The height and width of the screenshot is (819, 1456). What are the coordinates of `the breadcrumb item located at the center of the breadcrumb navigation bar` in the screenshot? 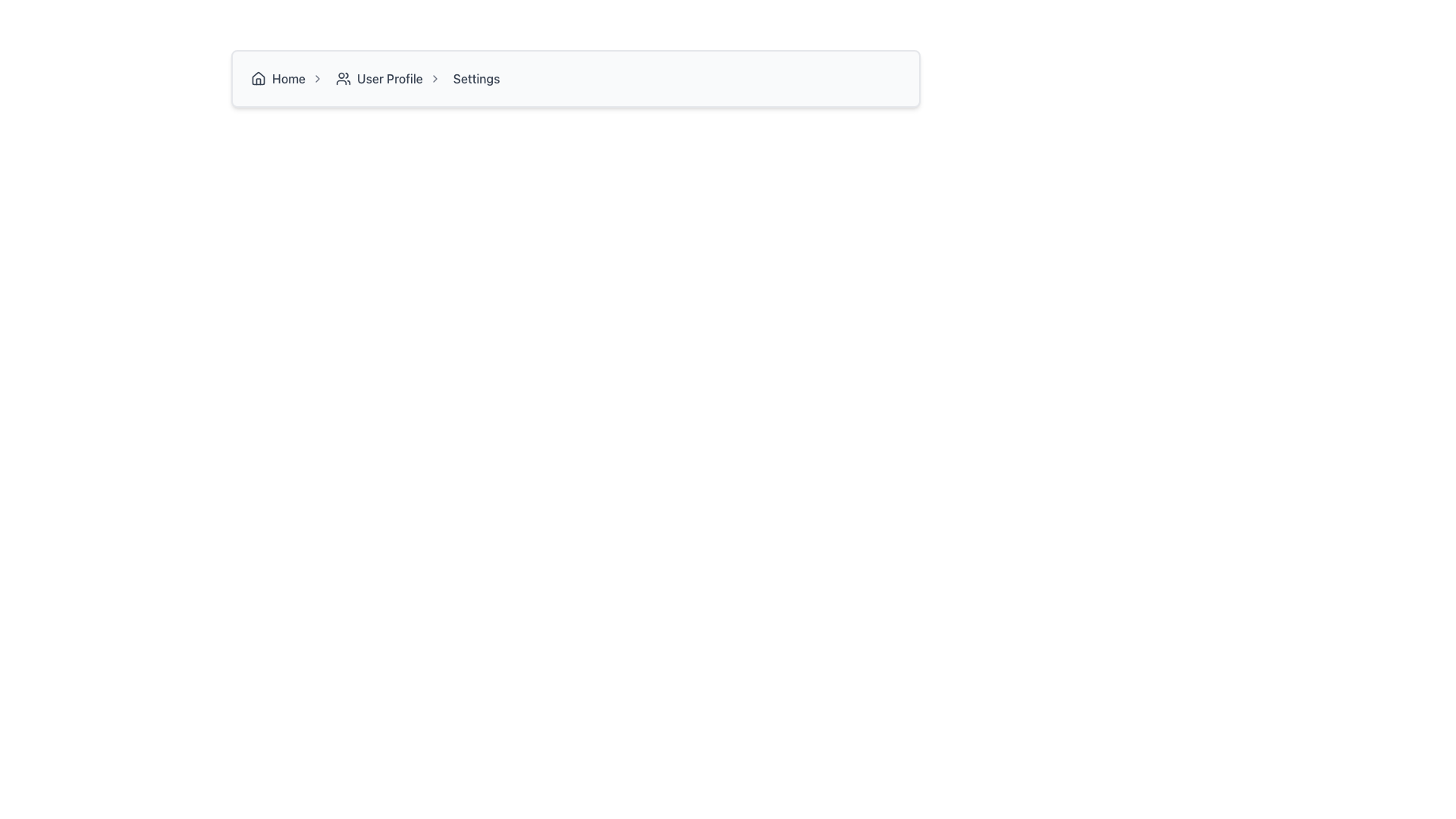 It's located at (575, 79).